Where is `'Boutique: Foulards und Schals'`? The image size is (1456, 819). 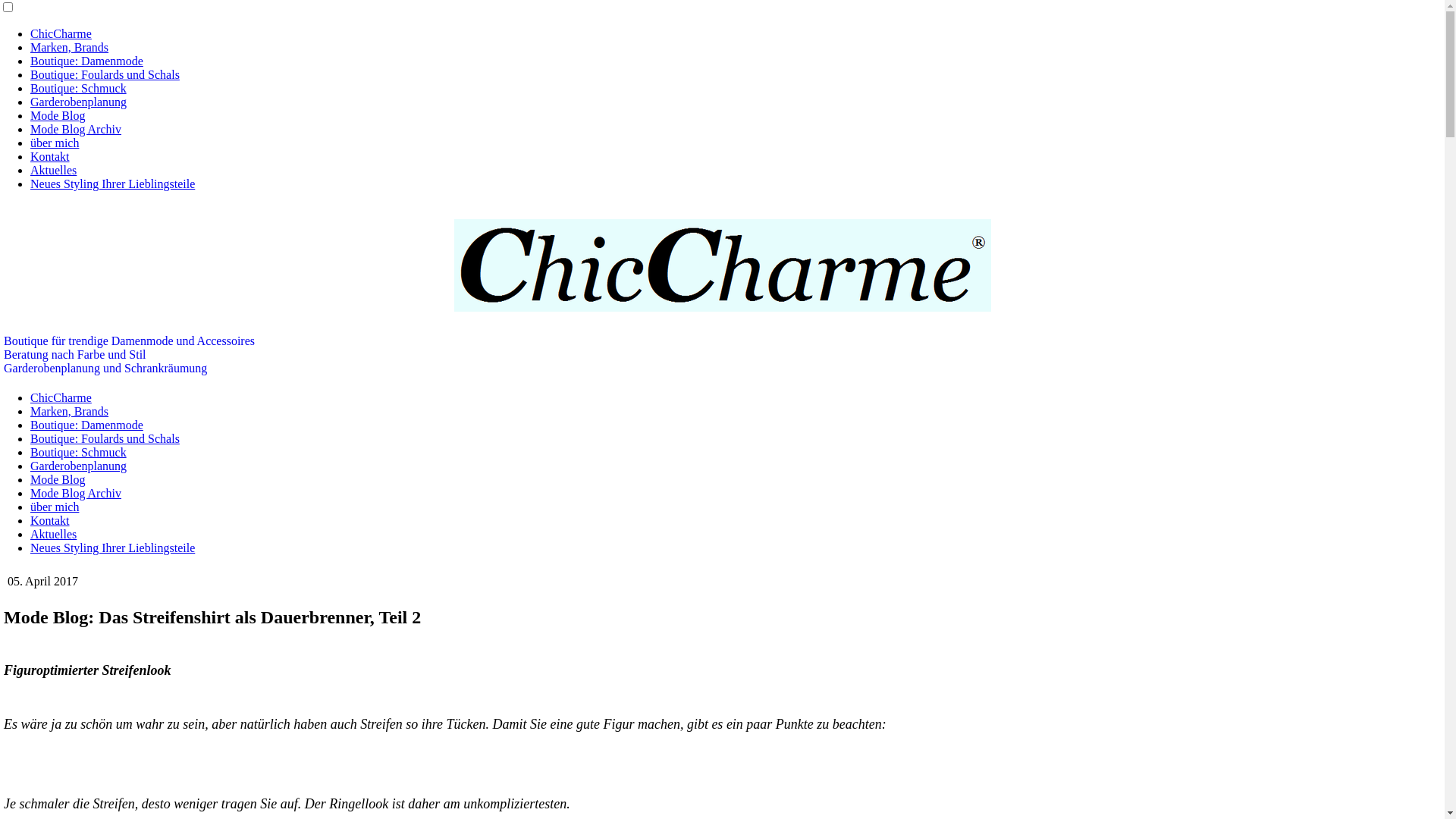 'Boutique: Foulards und Schals' is located at coordinates (30, 438).